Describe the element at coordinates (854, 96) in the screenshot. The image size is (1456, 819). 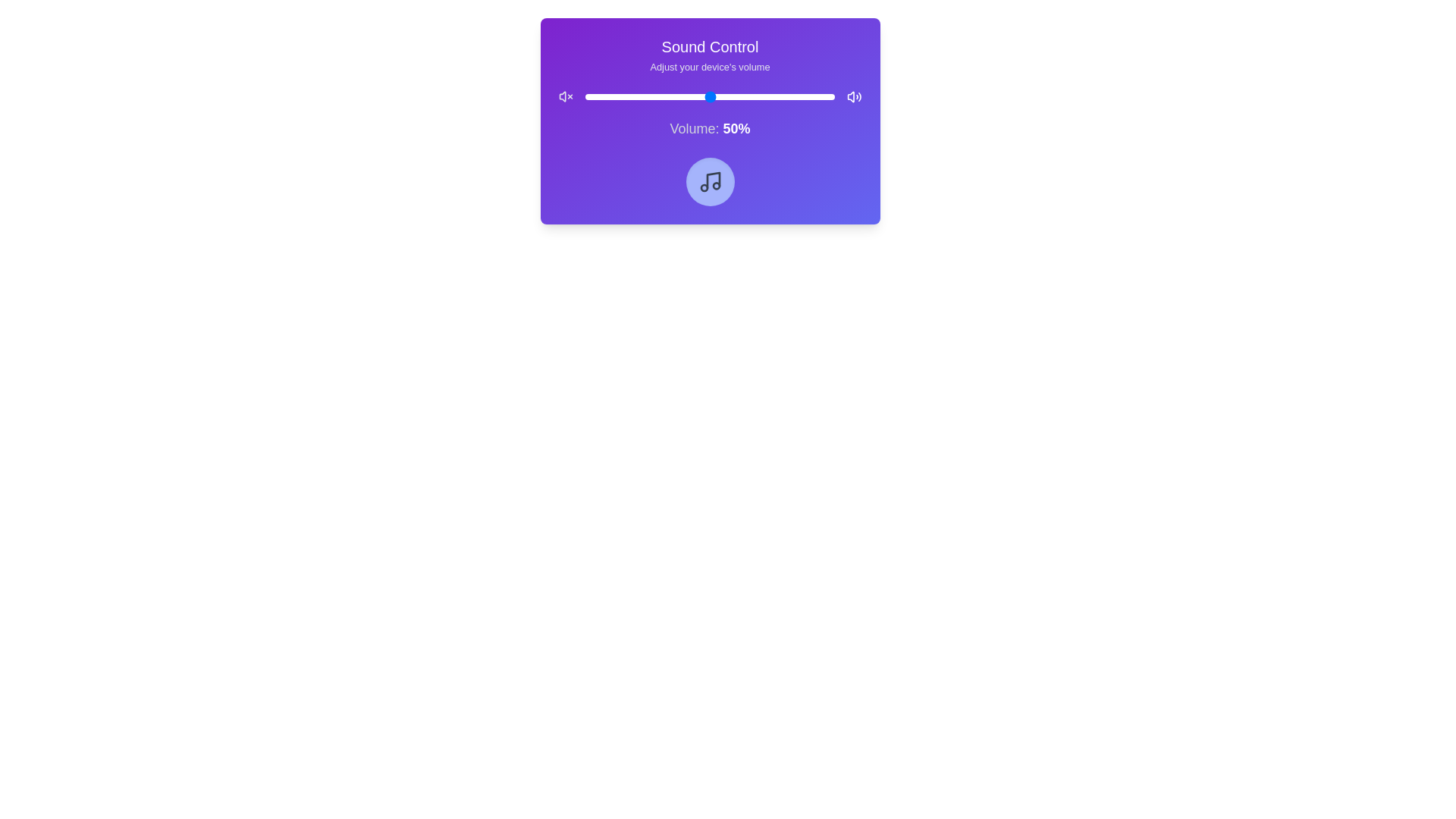
I see `the right volume icon` at that location.